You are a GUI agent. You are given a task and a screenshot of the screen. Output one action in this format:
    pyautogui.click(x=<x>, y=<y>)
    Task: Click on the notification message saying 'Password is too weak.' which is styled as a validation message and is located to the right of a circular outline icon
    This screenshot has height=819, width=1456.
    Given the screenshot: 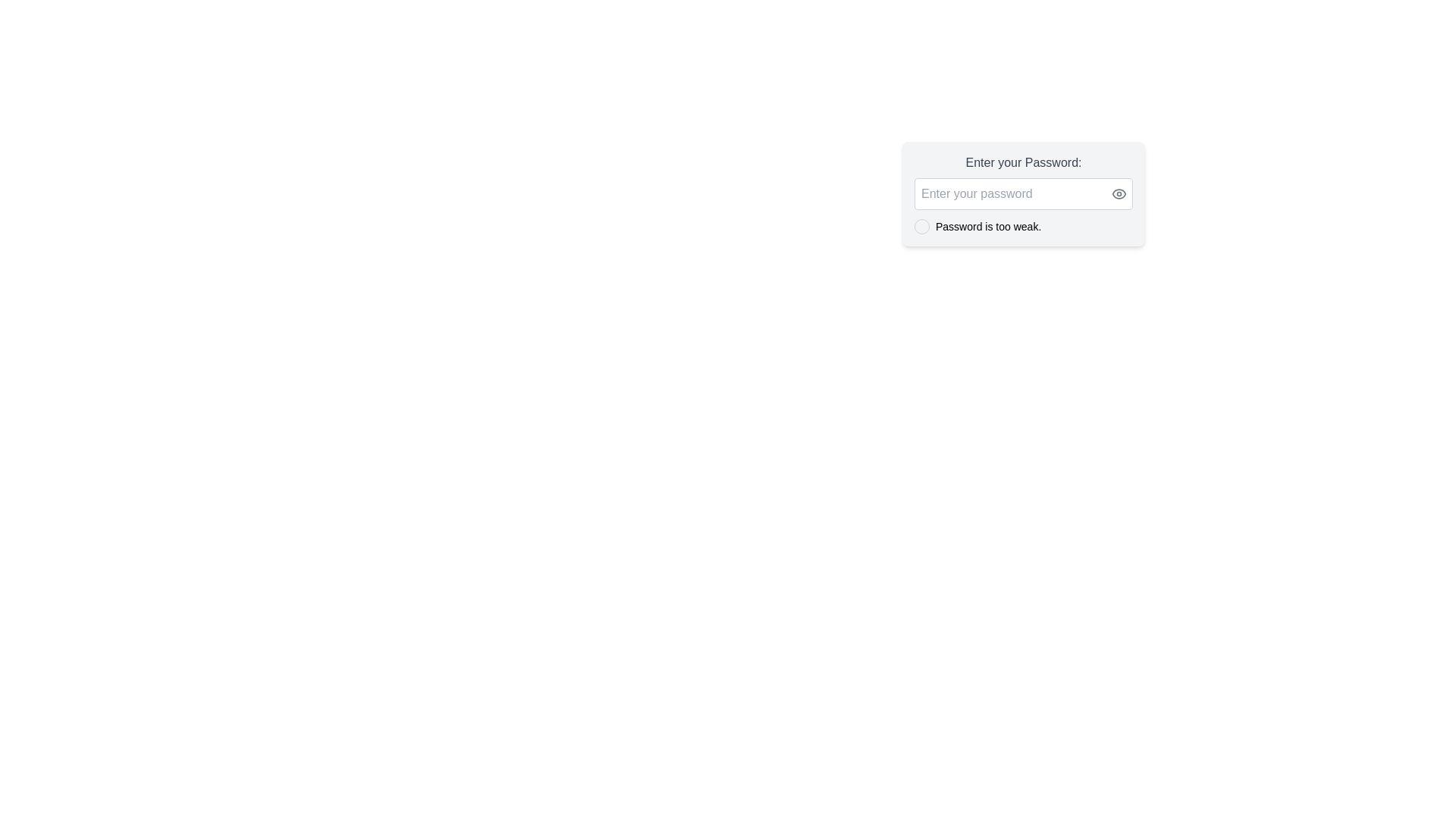 What is the action you would take?
    pyautogui.click(x=988, y=227)
    